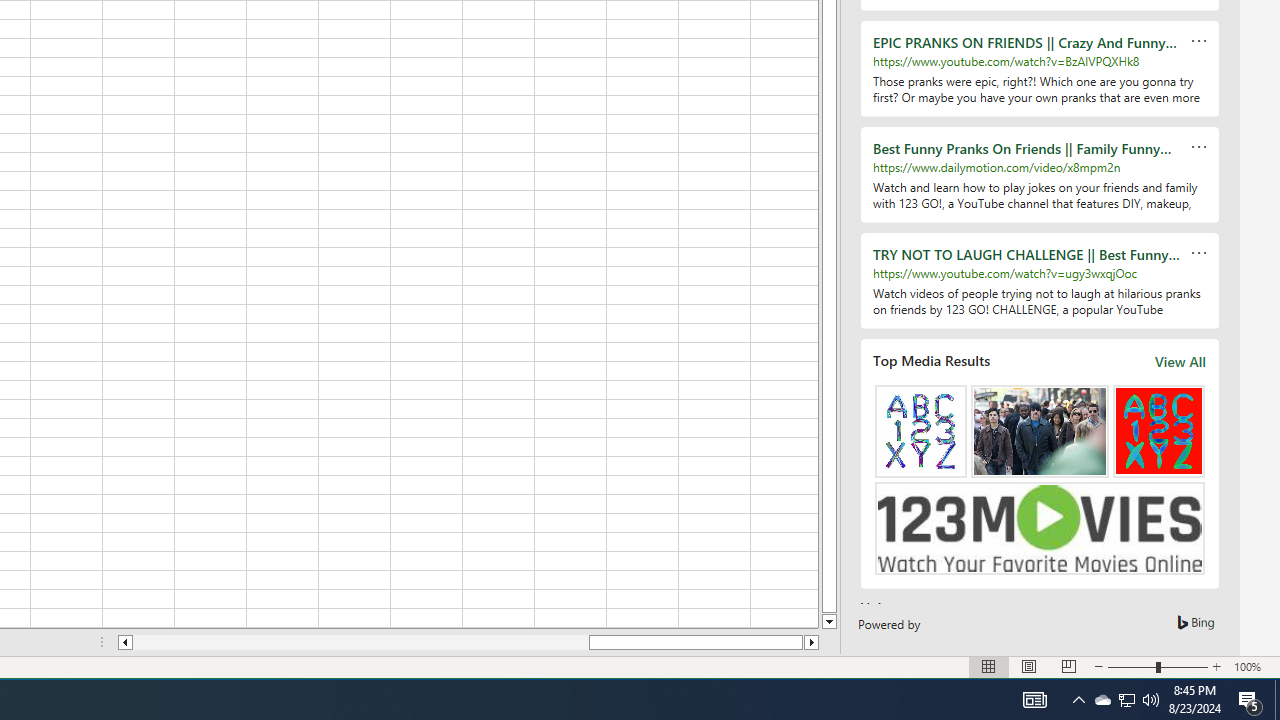  I want to click on 'Show desktop', so click(1276, 698).